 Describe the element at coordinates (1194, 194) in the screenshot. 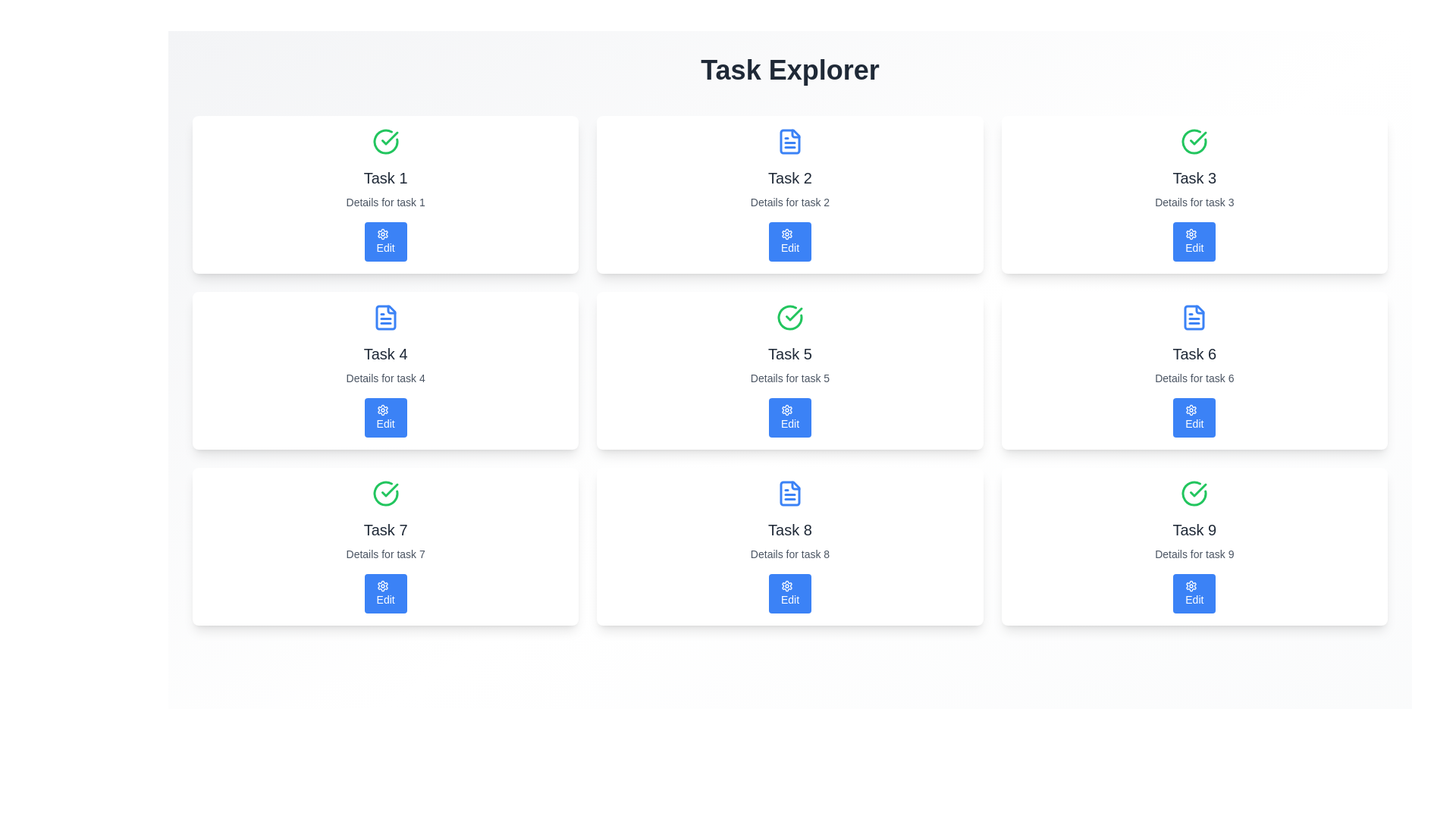

I see `the Card element that represents a specific task, located on the right side in the first row of a 3x3 grid layout, specifically the third card from the left, positioned above the card labeled 'Details for task 6'` at that location.